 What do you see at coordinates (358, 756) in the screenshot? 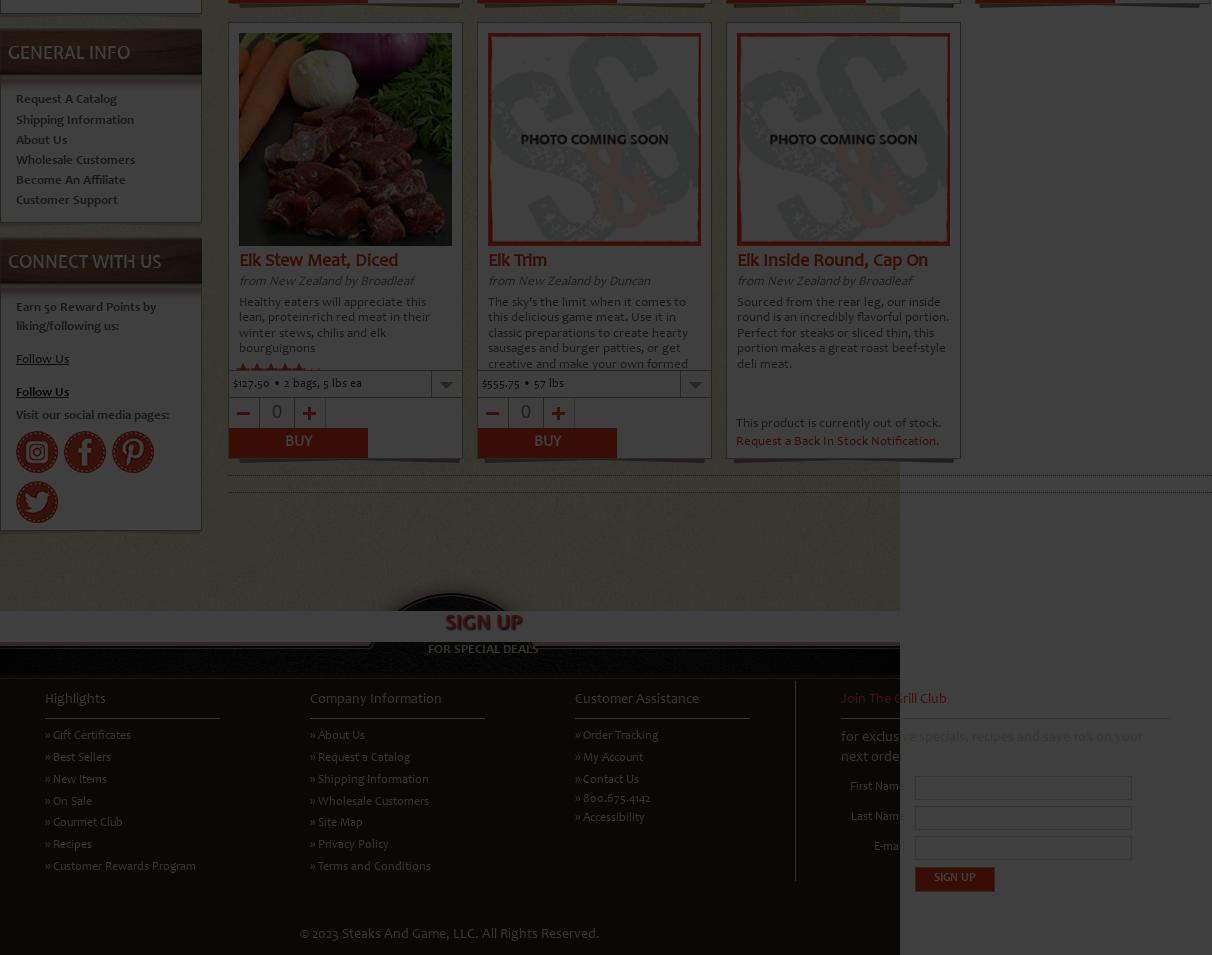
I see `'» Request a Catalog'` at bounding box center [358, 756].